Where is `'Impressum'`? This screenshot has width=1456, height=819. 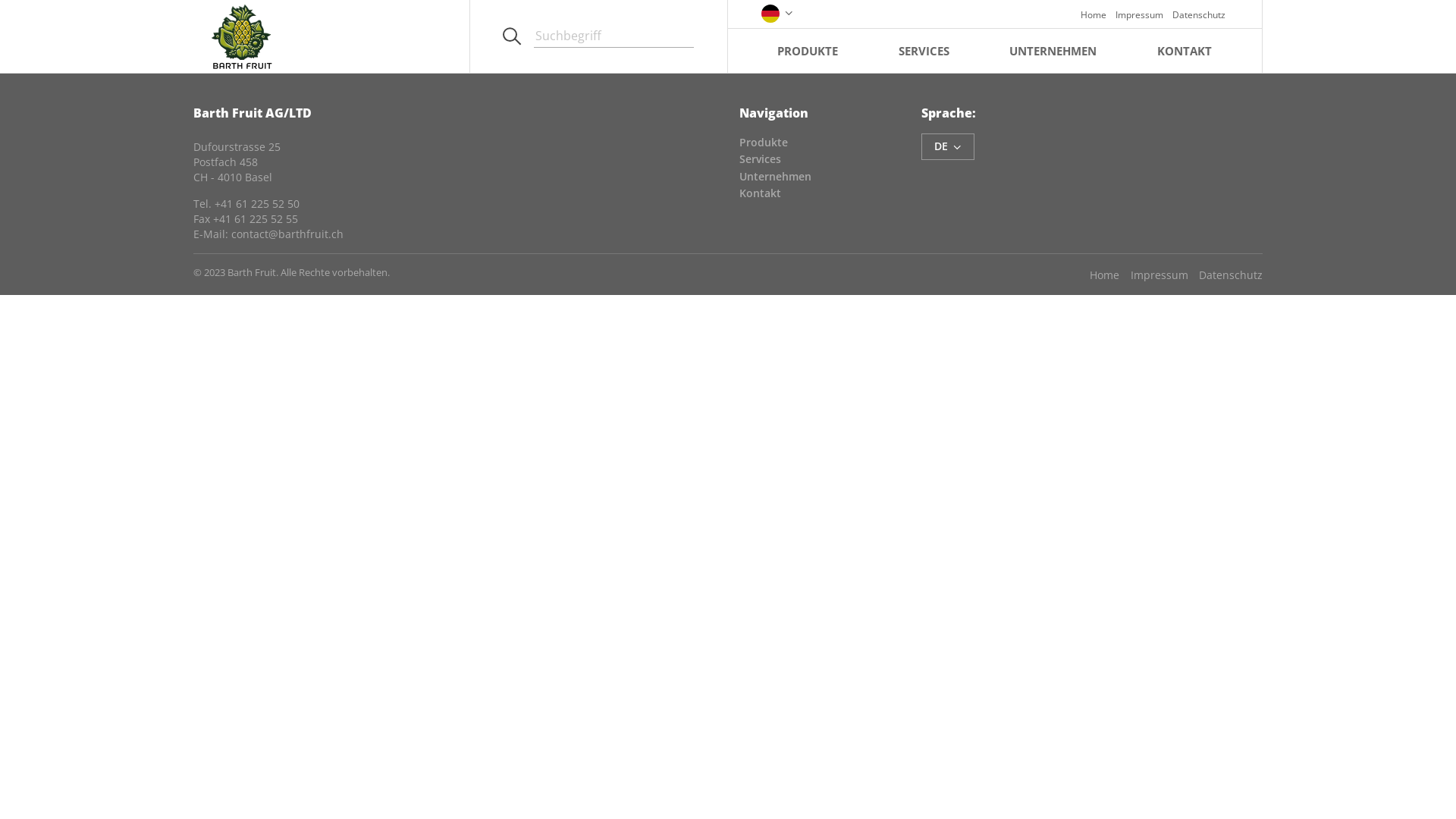
'Impressum' is located at coordinates (1153, 275).